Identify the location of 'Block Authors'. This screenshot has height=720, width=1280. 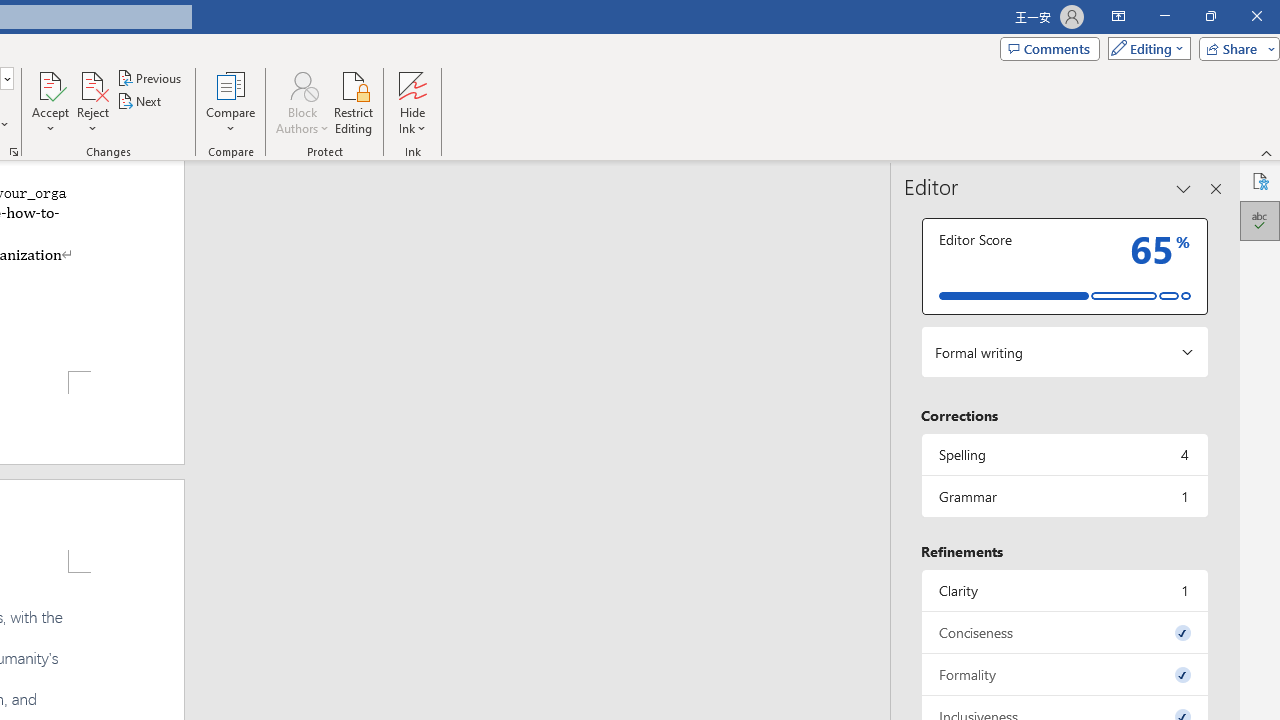
(301, 84).